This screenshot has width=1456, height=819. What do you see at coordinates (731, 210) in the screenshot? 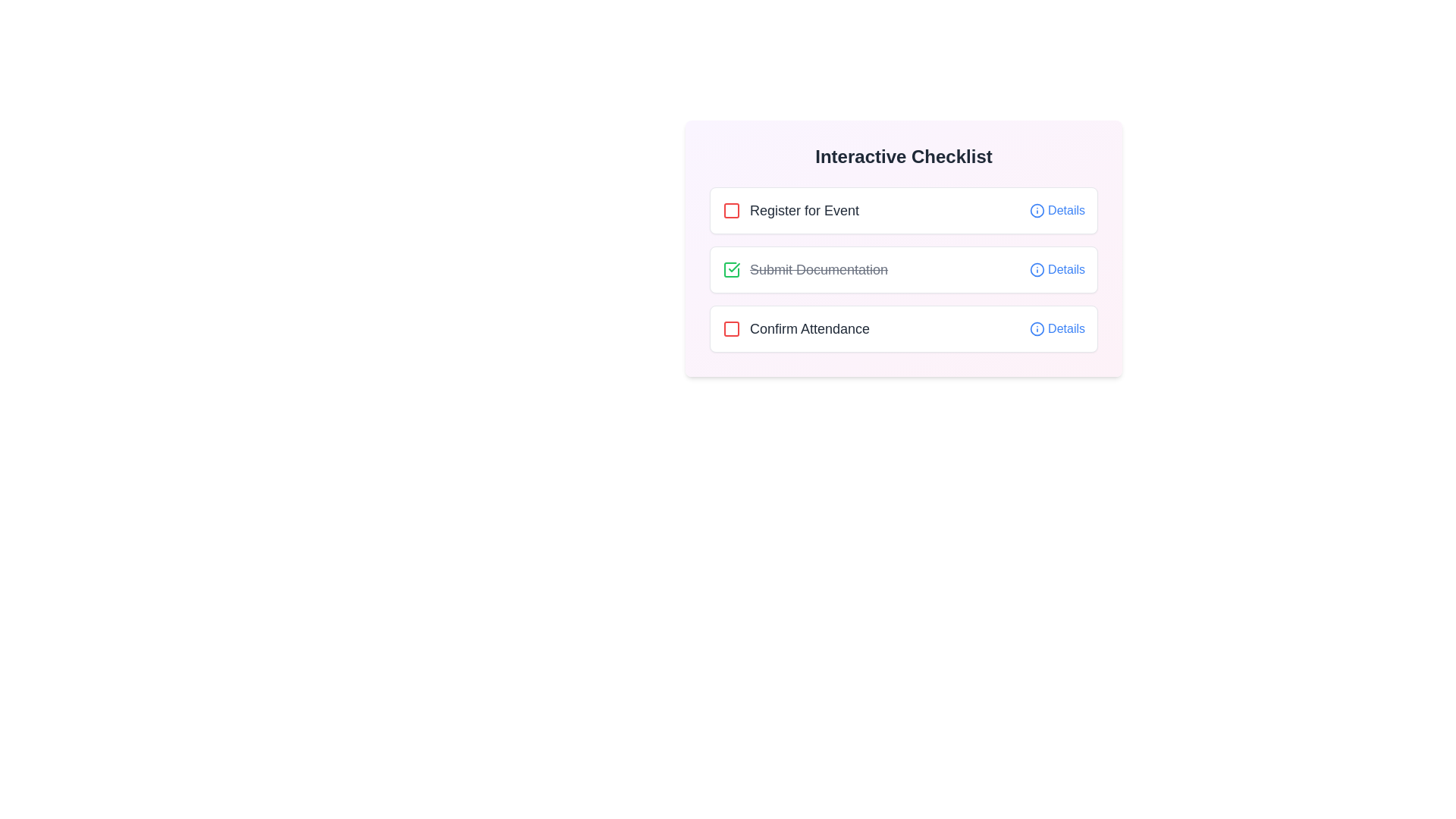
I see `the unchecked checkbox, which is a round-cornered square filled in red, located to the left of the 'Register for Event' text` at bounding box center [731, 210].